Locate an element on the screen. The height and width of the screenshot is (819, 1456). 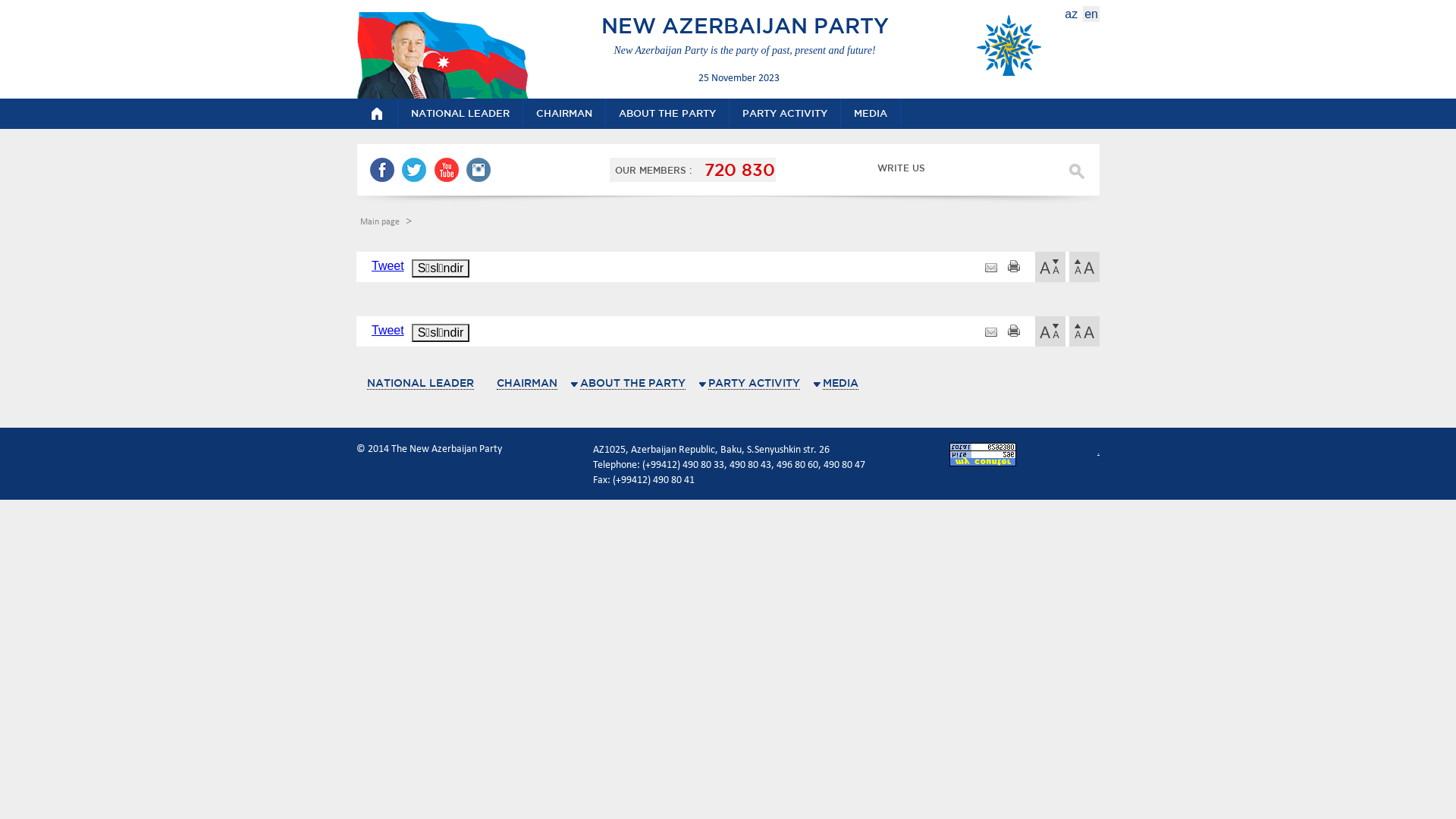
'en' is located at coordinates (1090, 14).